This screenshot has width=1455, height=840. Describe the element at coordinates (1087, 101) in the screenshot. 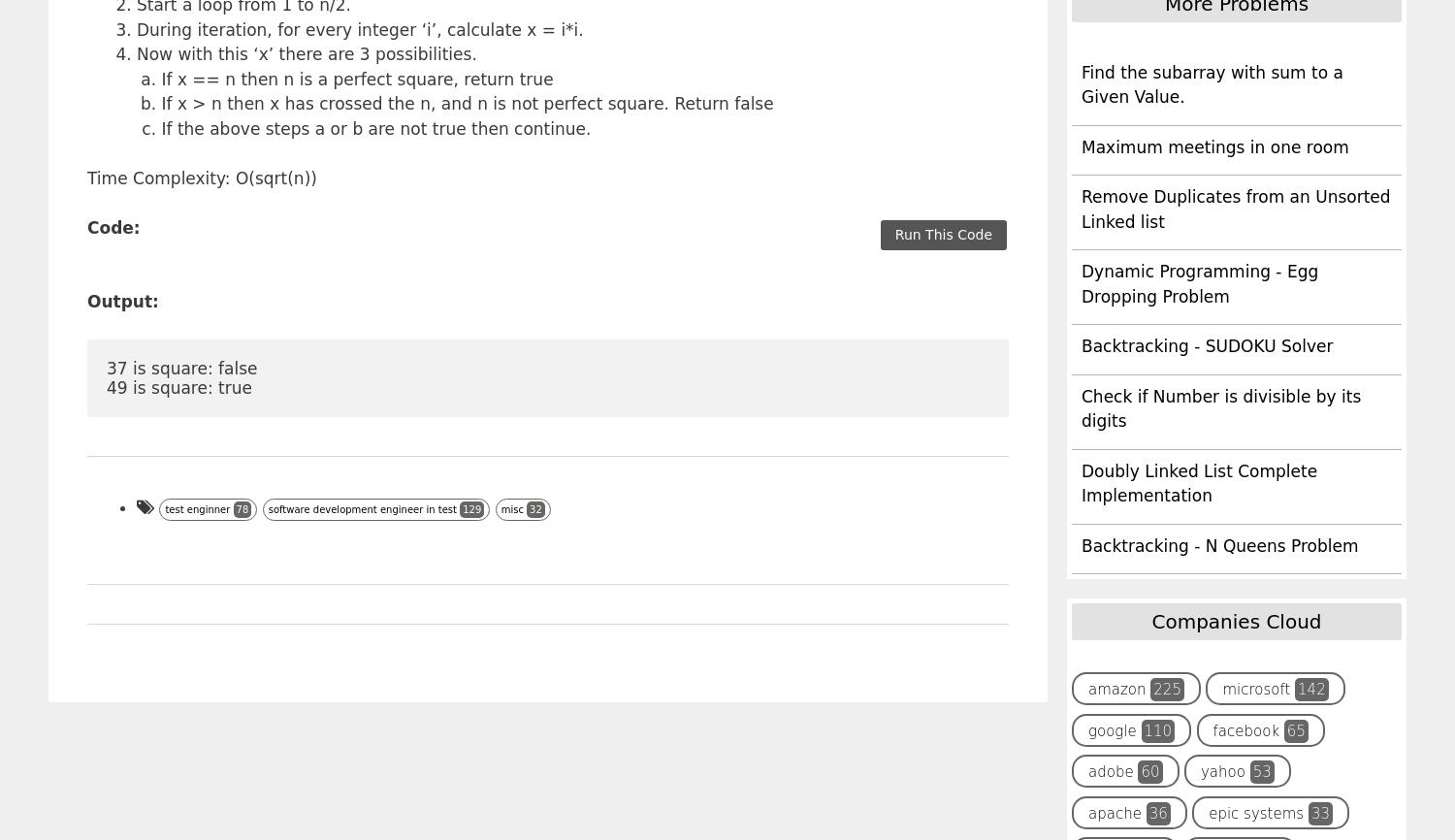

I see `'queue'` at that location.